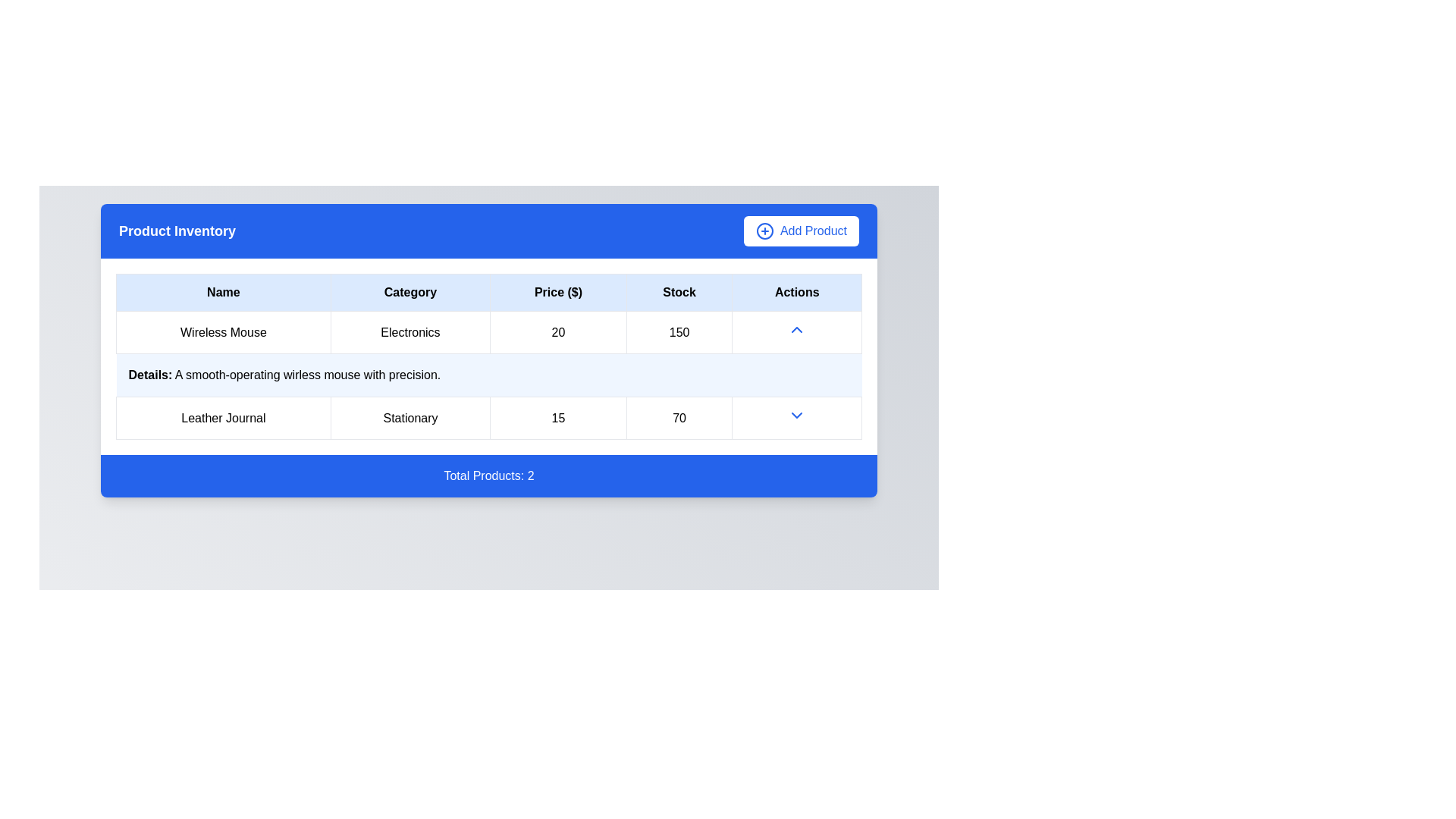  I want to click on the text display element labeled 'Stationary', which is the second cell in a row of a grid structure, positioned between 'Leather Journal' and '15', so click(410, 418).